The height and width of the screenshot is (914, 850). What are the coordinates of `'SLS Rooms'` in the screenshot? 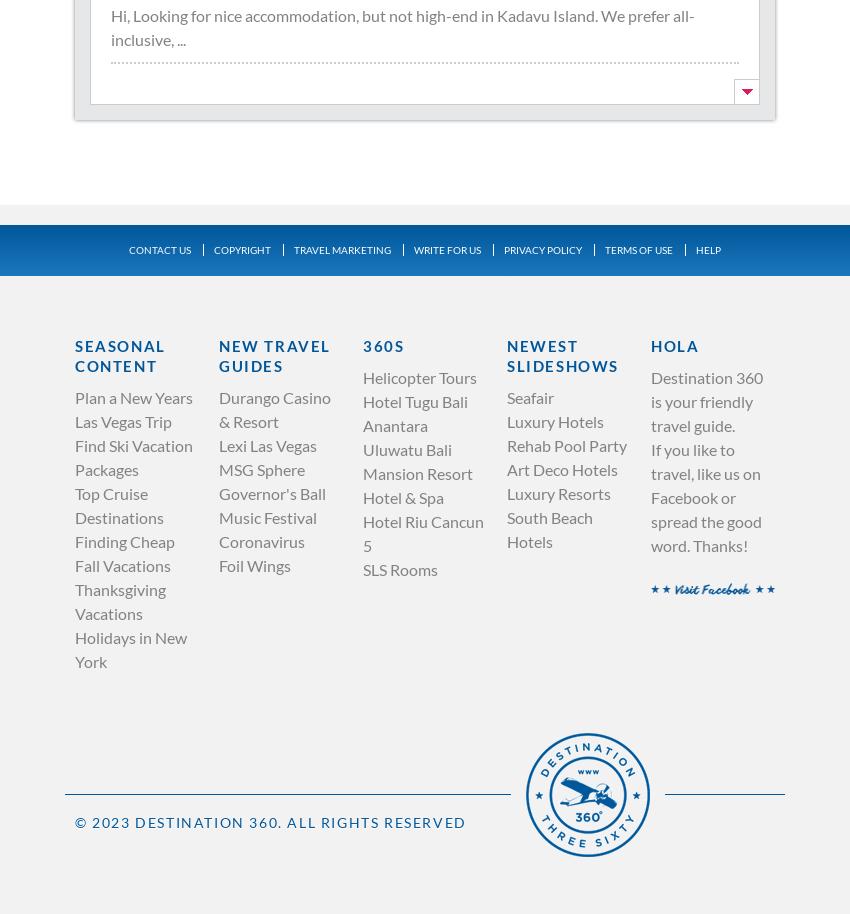 It's located at (400, 568).